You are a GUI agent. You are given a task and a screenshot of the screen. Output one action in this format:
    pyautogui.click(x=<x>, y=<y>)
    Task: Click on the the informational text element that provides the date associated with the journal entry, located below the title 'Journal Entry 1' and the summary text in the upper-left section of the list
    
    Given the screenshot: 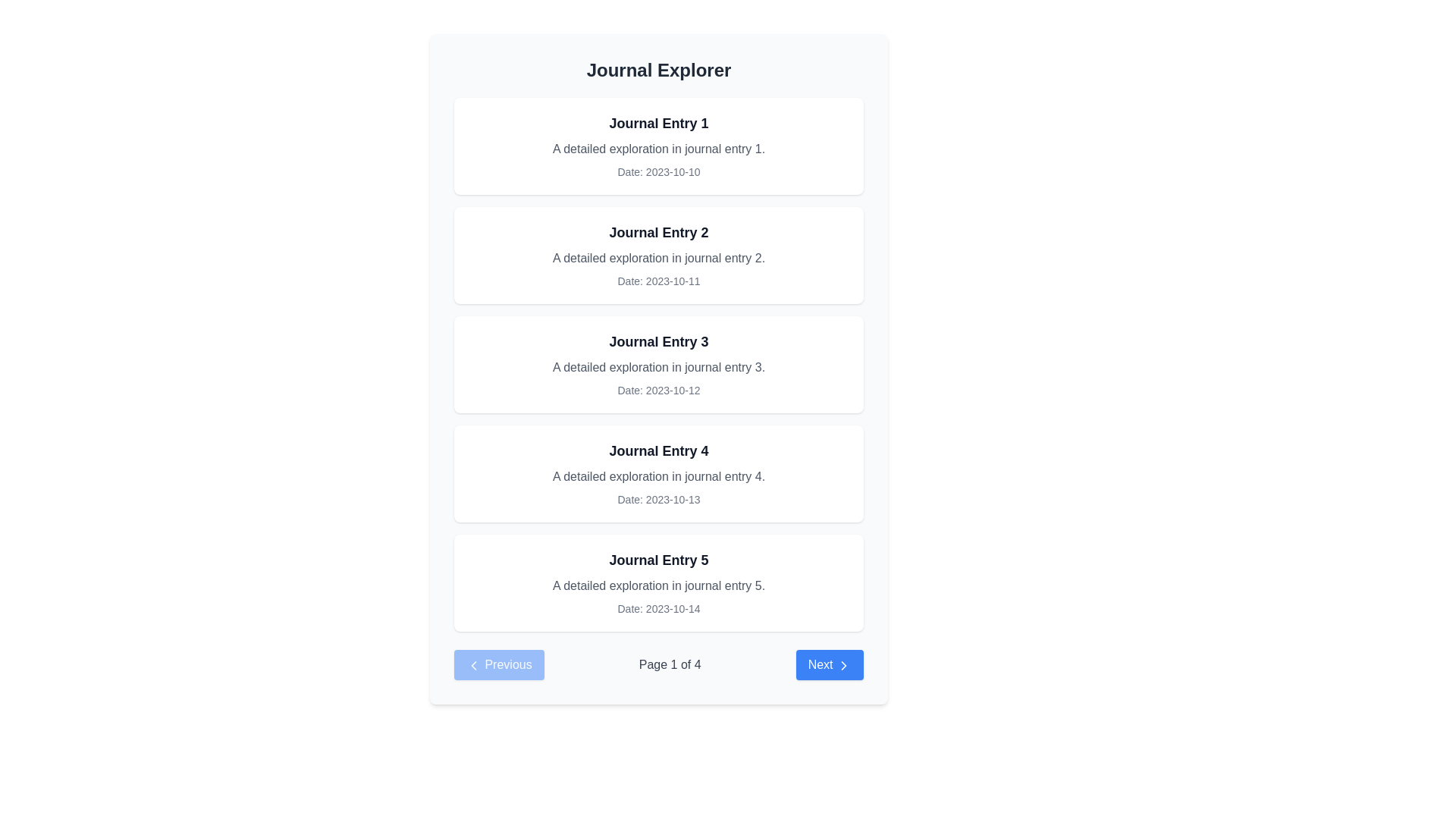 What is the action you would take?
    pyautogui.click(x=658, y=171)
    